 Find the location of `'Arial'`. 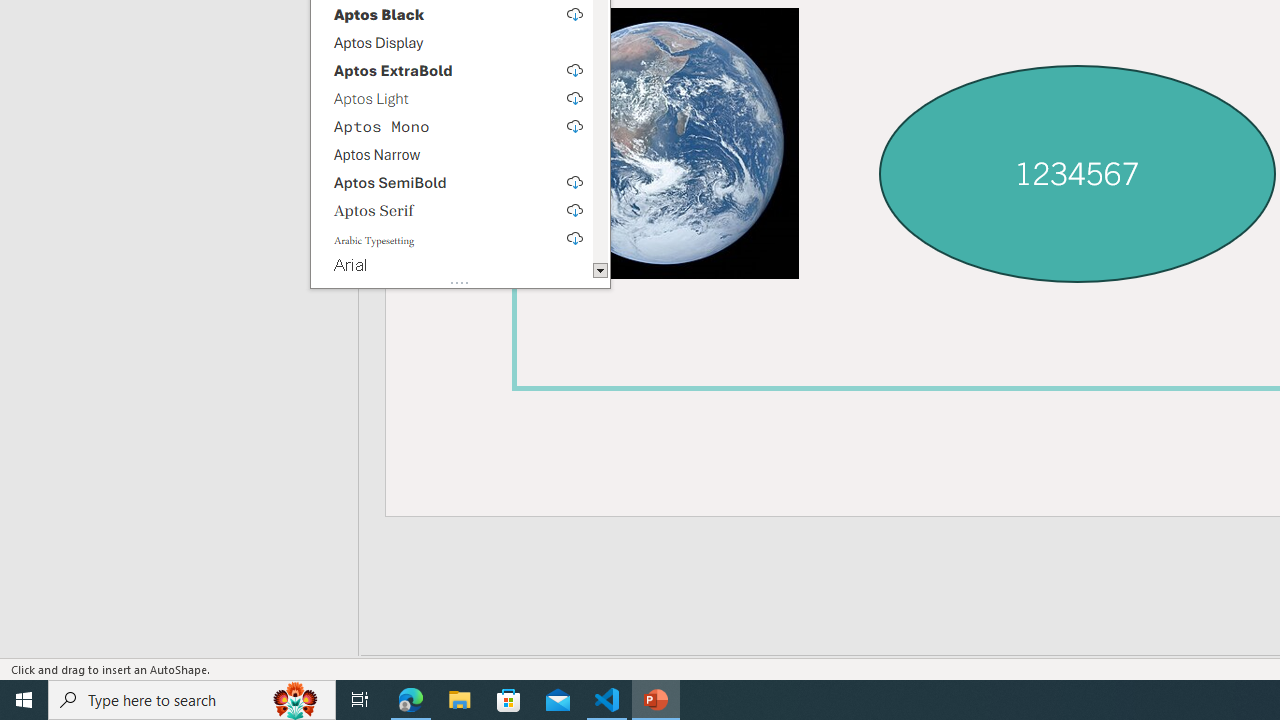

'Arial' is located at coordinates (450, 265).